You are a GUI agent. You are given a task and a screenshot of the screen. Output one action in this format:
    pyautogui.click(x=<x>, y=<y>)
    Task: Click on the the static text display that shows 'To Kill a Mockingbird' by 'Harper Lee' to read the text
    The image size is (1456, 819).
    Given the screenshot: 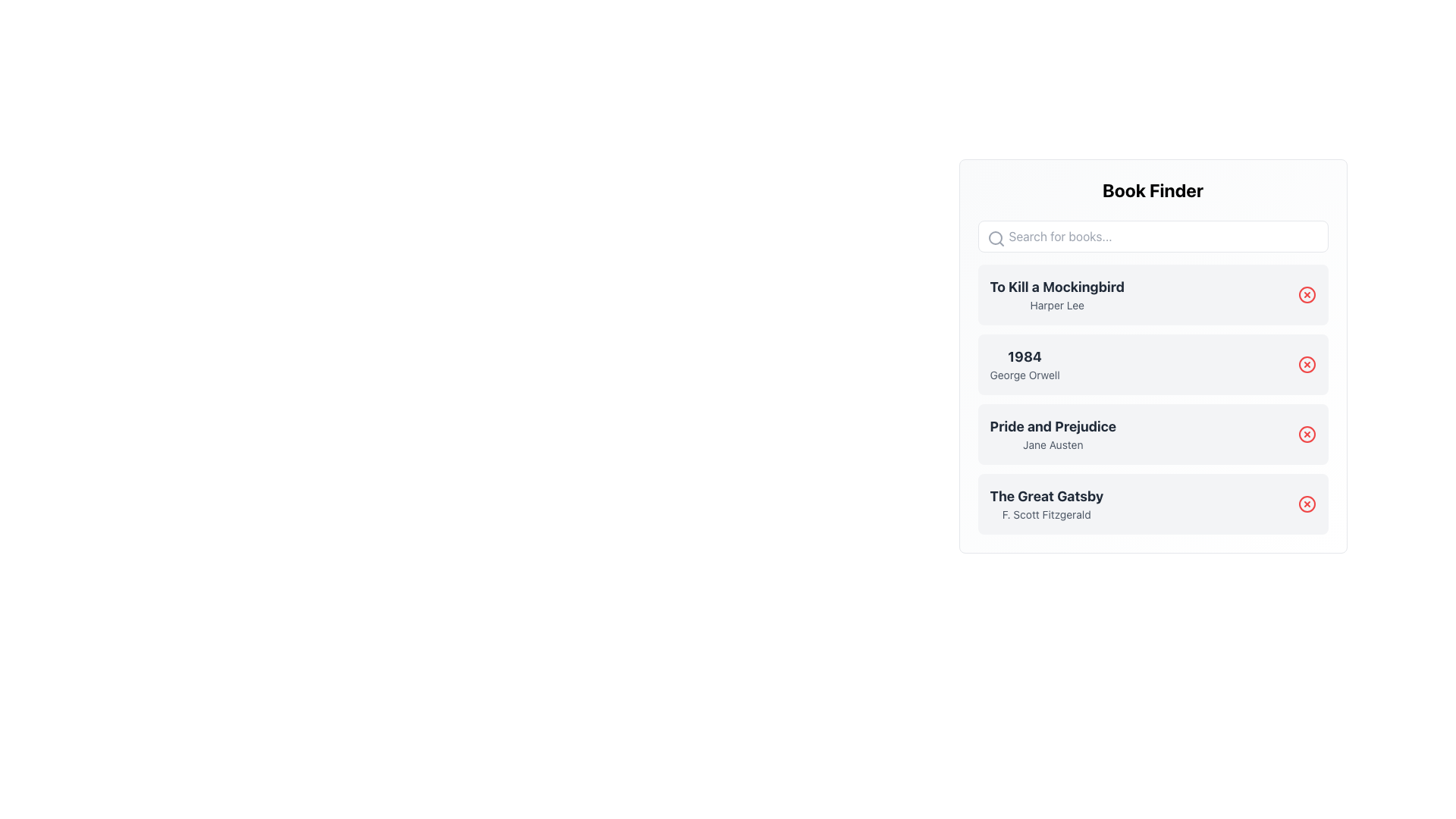 What is the action you would take?
    pyautogui.click(x=1056, y=295)
    